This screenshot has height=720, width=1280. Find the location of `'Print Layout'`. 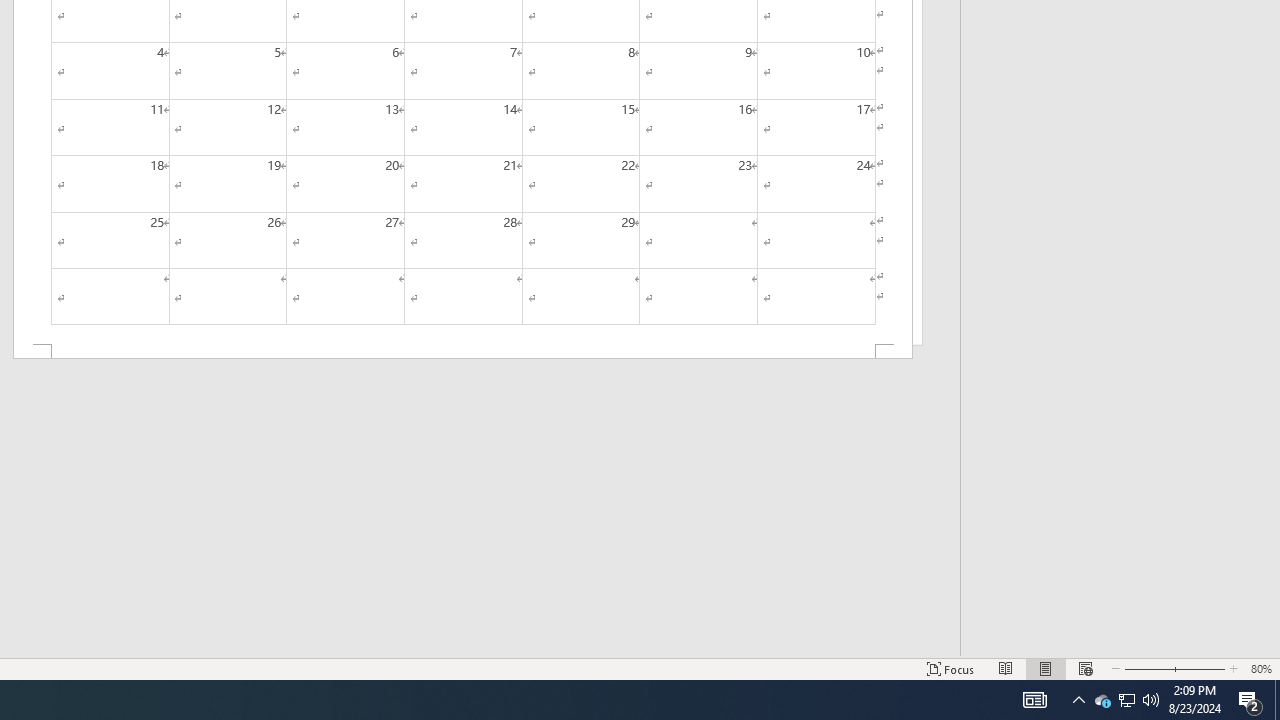

'Print Layout' is located at coordinates (1045, 669).